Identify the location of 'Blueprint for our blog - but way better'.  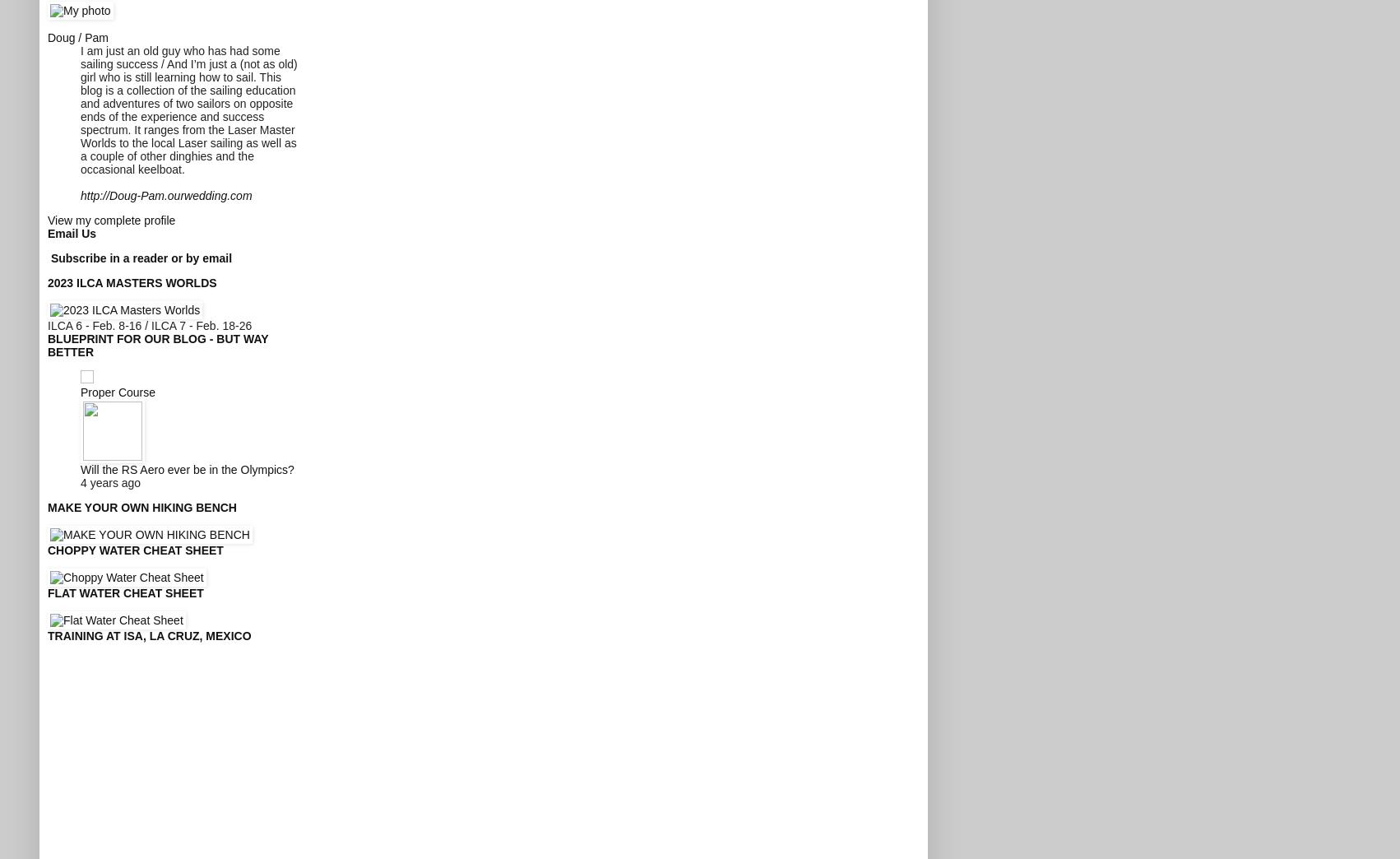
(156, 343).